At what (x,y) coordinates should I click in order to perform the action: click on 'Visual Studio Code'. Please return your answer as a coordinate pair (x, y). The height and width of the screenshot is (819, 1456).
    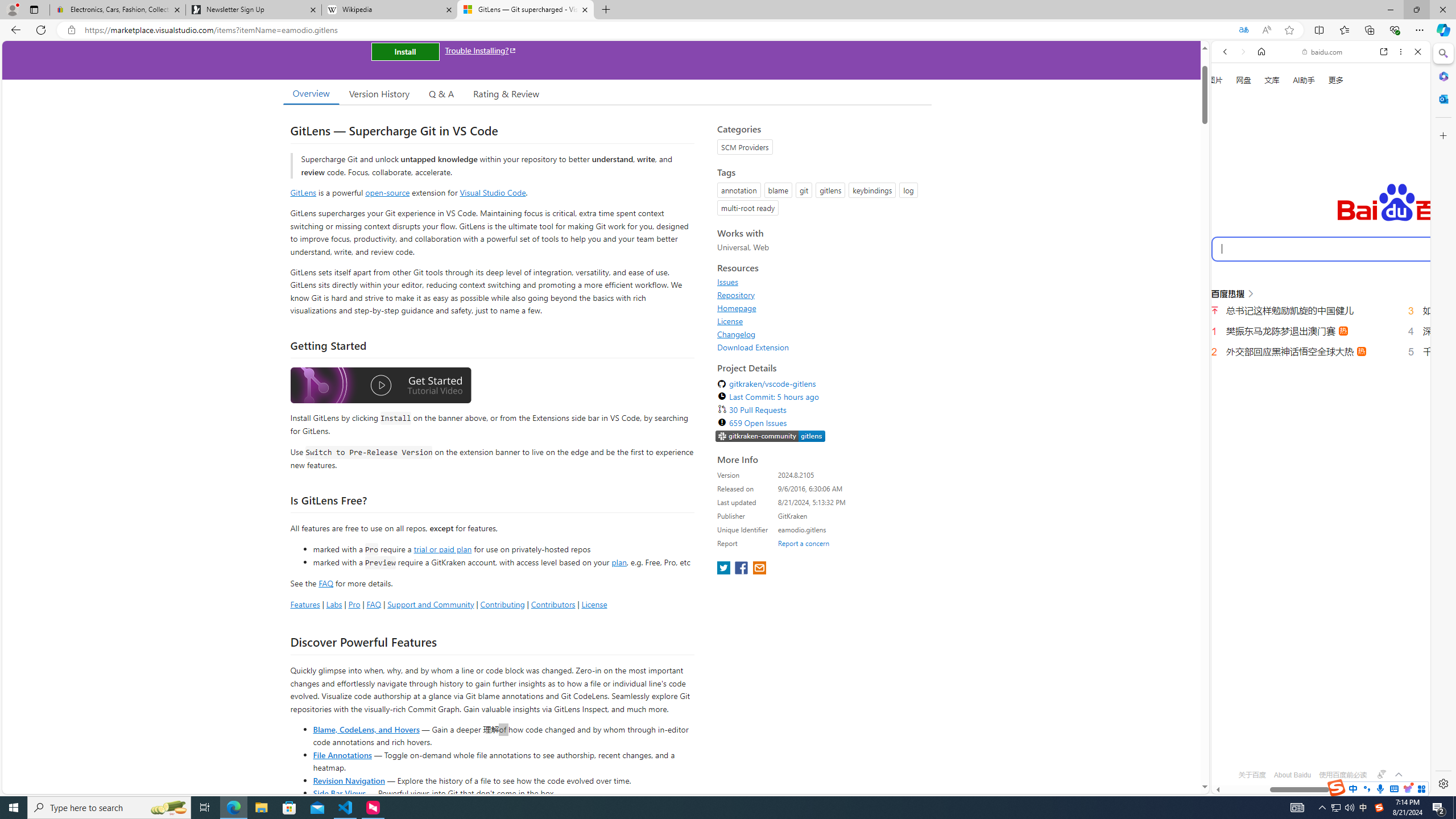
    Looking at the image, I should click on (492, 192).